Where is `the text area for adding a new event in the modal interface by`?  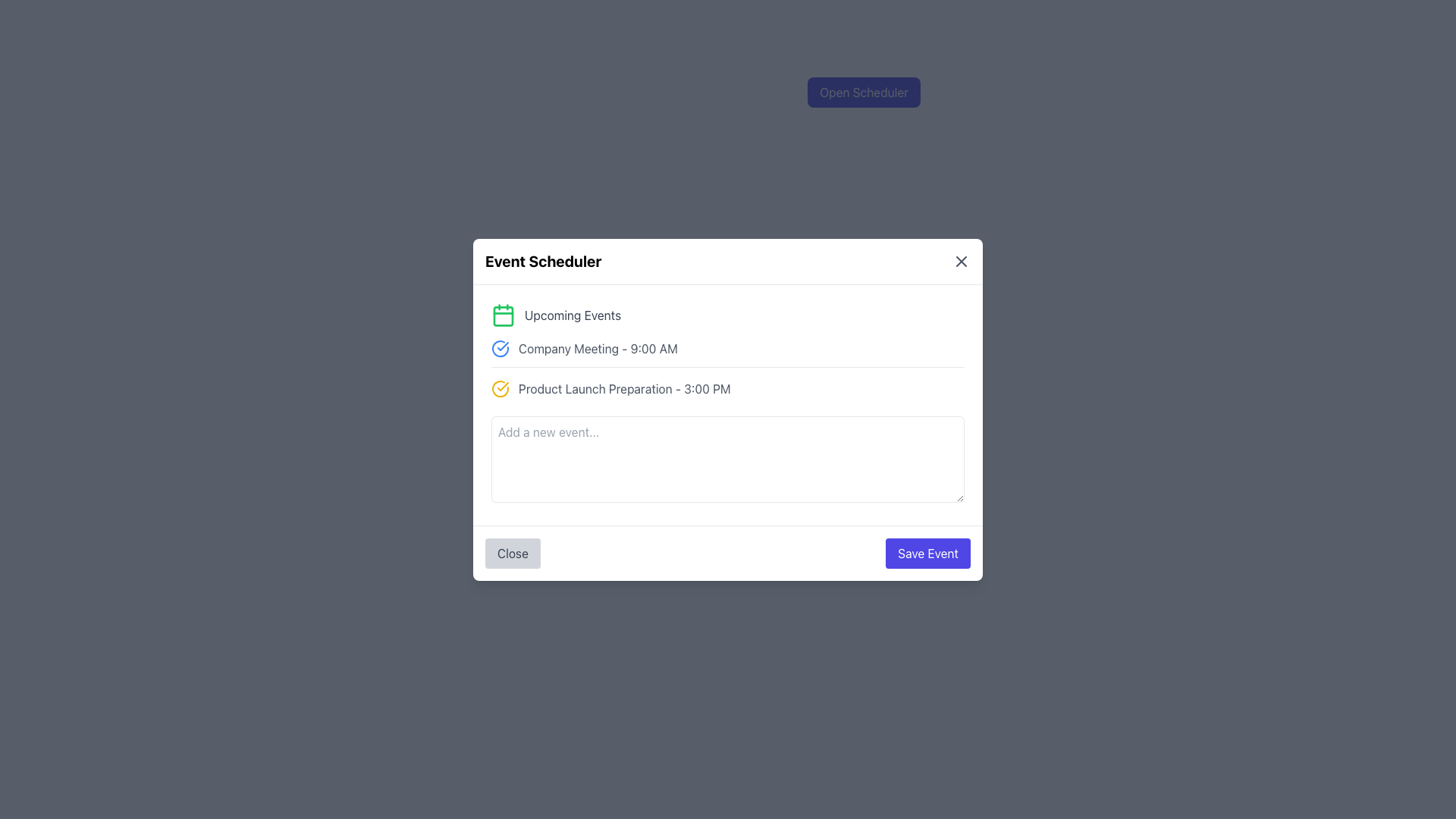
the text area for adding a new event in the modal interface by is located at coordinates (728, 458).